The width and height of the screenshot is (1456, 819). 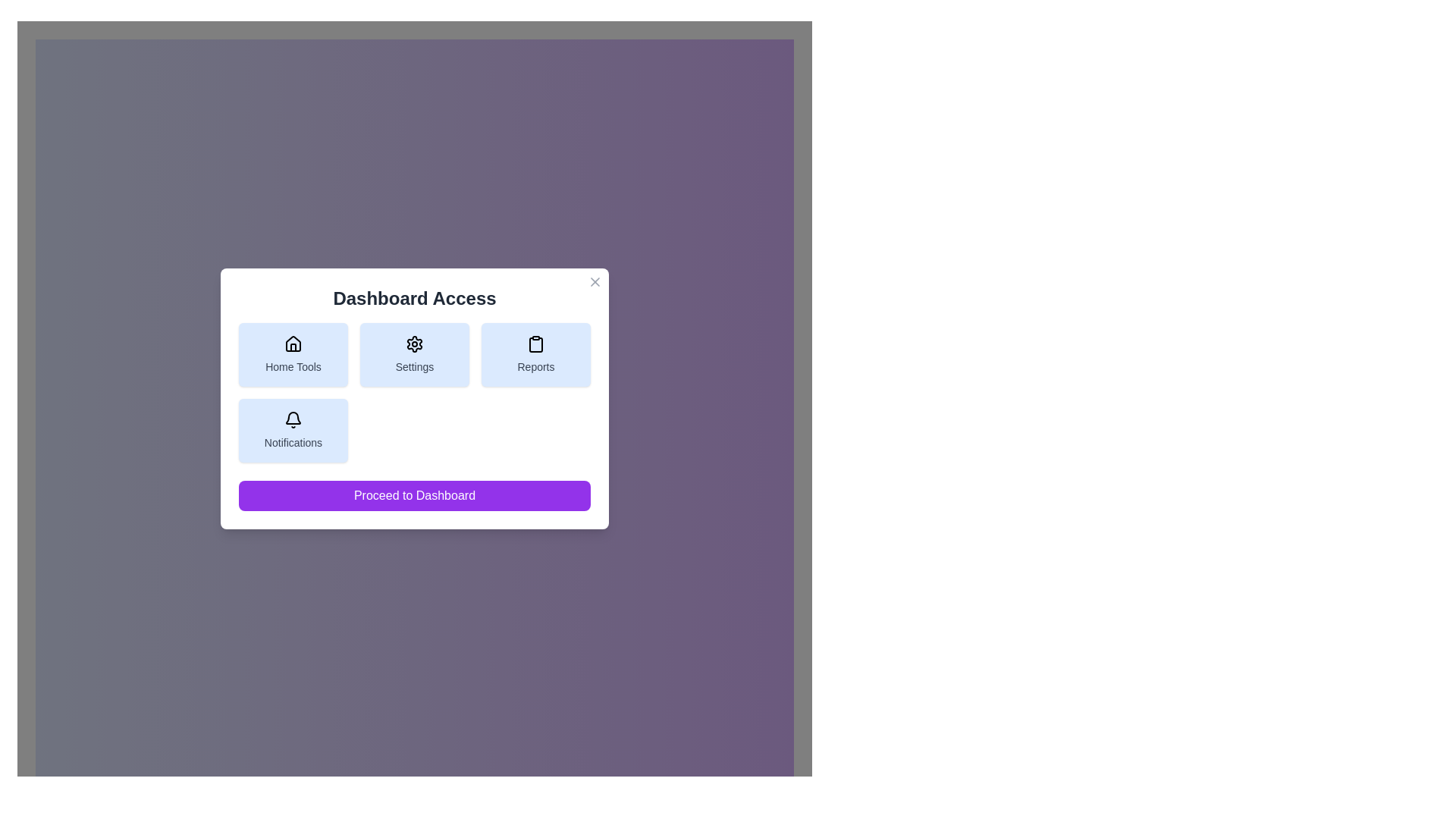 I want to click on the clipboard icon in the Reports section of the modal dialog as a visual cue, so click(x=535, y=345).